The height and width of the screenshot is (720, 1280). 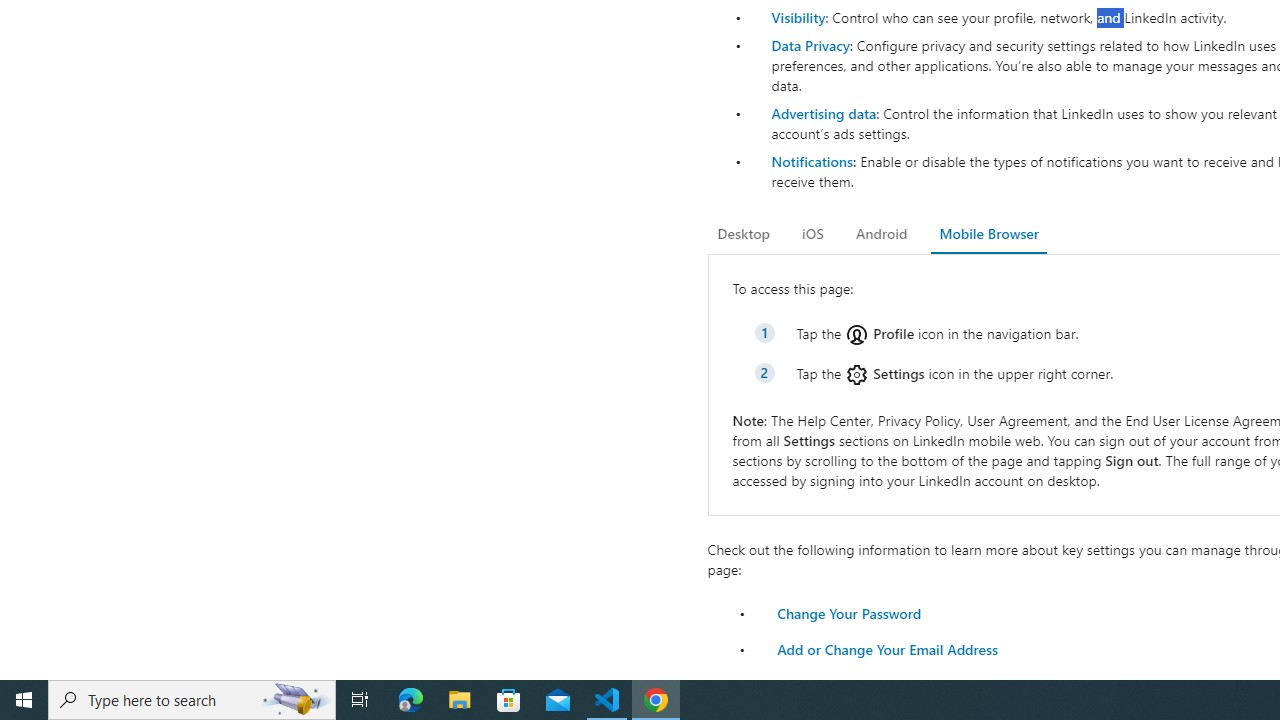 What do you see at coordinates (810, 45) in the screenshot?
I see `'Data Privacy'` at bounding box center [810, 45].